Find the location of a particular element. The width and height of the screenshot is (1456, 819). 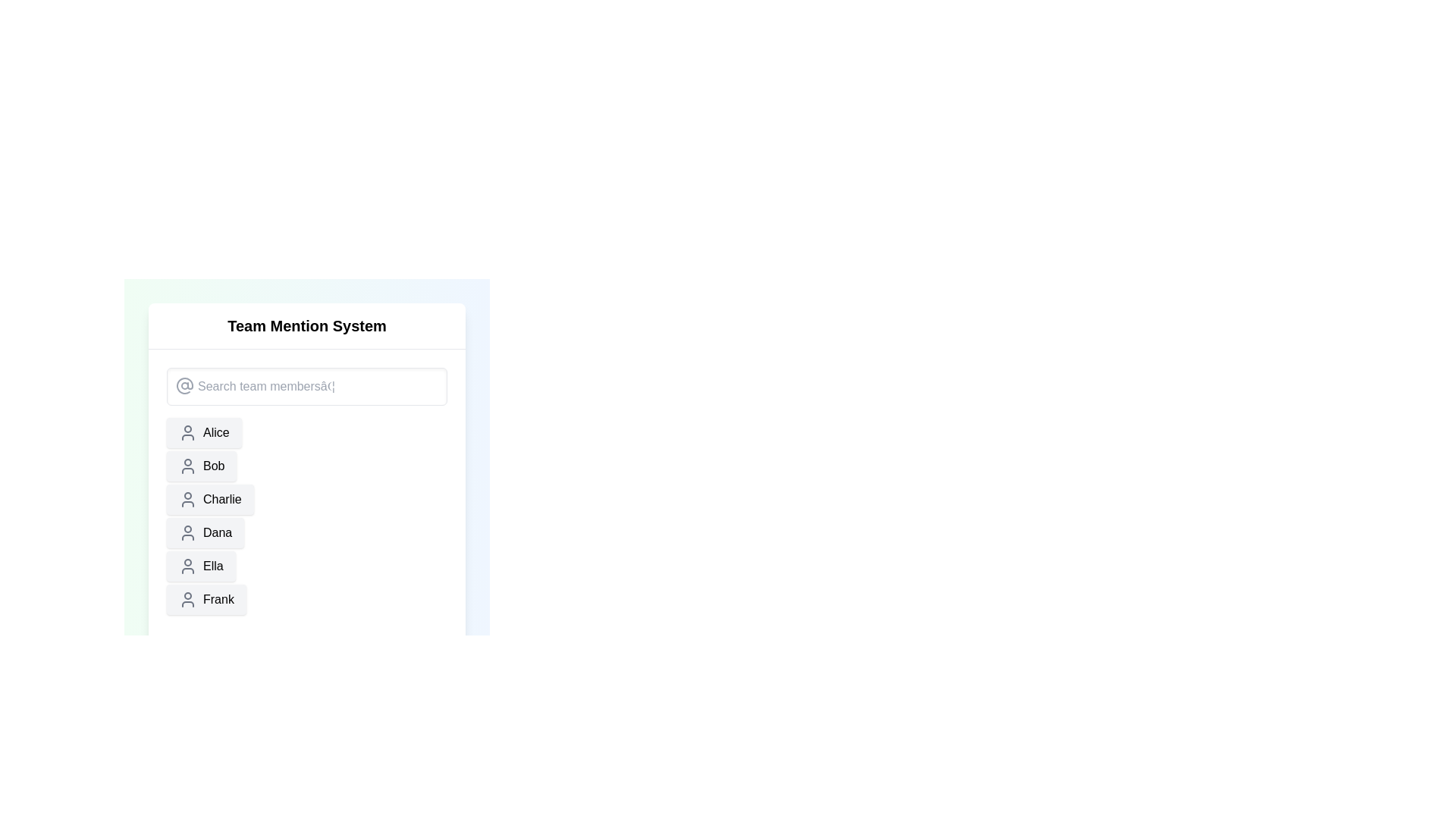

the user profile icon located in the fifth list item of the team mention system interface is located at coordinates (187, 566).